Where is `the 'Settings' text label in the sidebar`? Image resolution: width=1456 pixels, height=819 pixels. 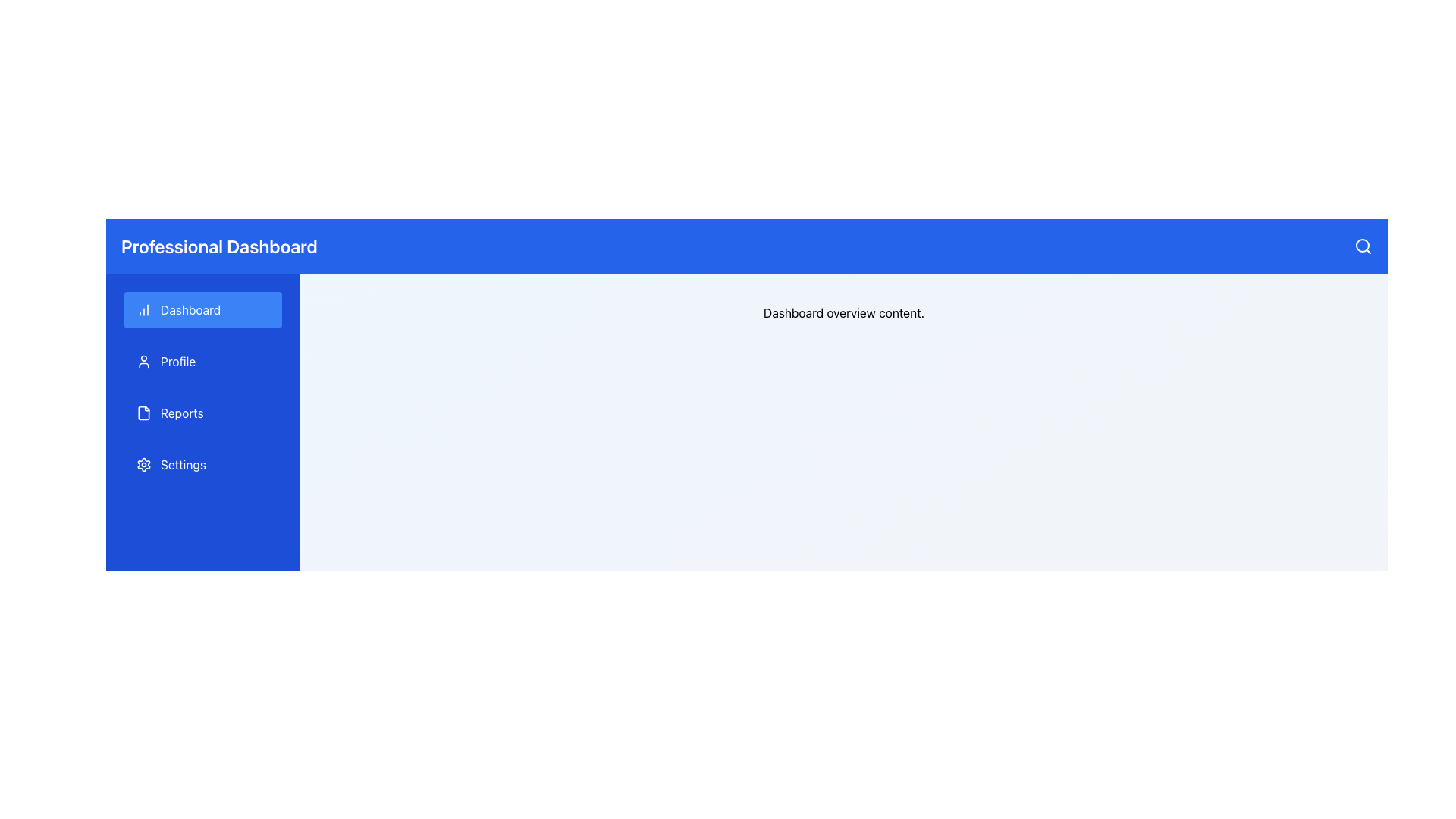
the 'Settings' text label in the sidebar is located at coordinates (182, 464).